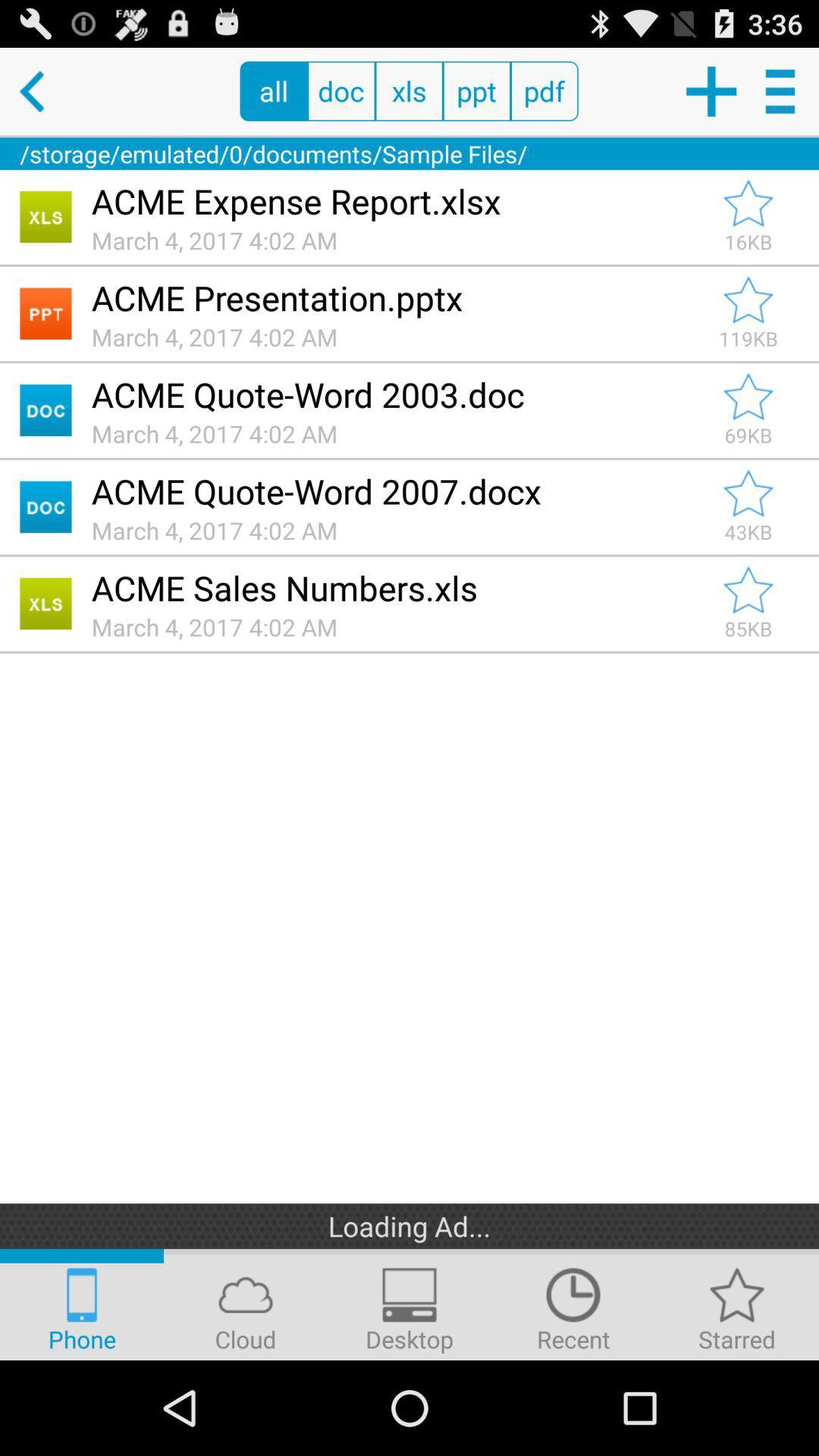  Describe the element at coordinates (711, 90) in the screenshot. I see `new documents` at that location.